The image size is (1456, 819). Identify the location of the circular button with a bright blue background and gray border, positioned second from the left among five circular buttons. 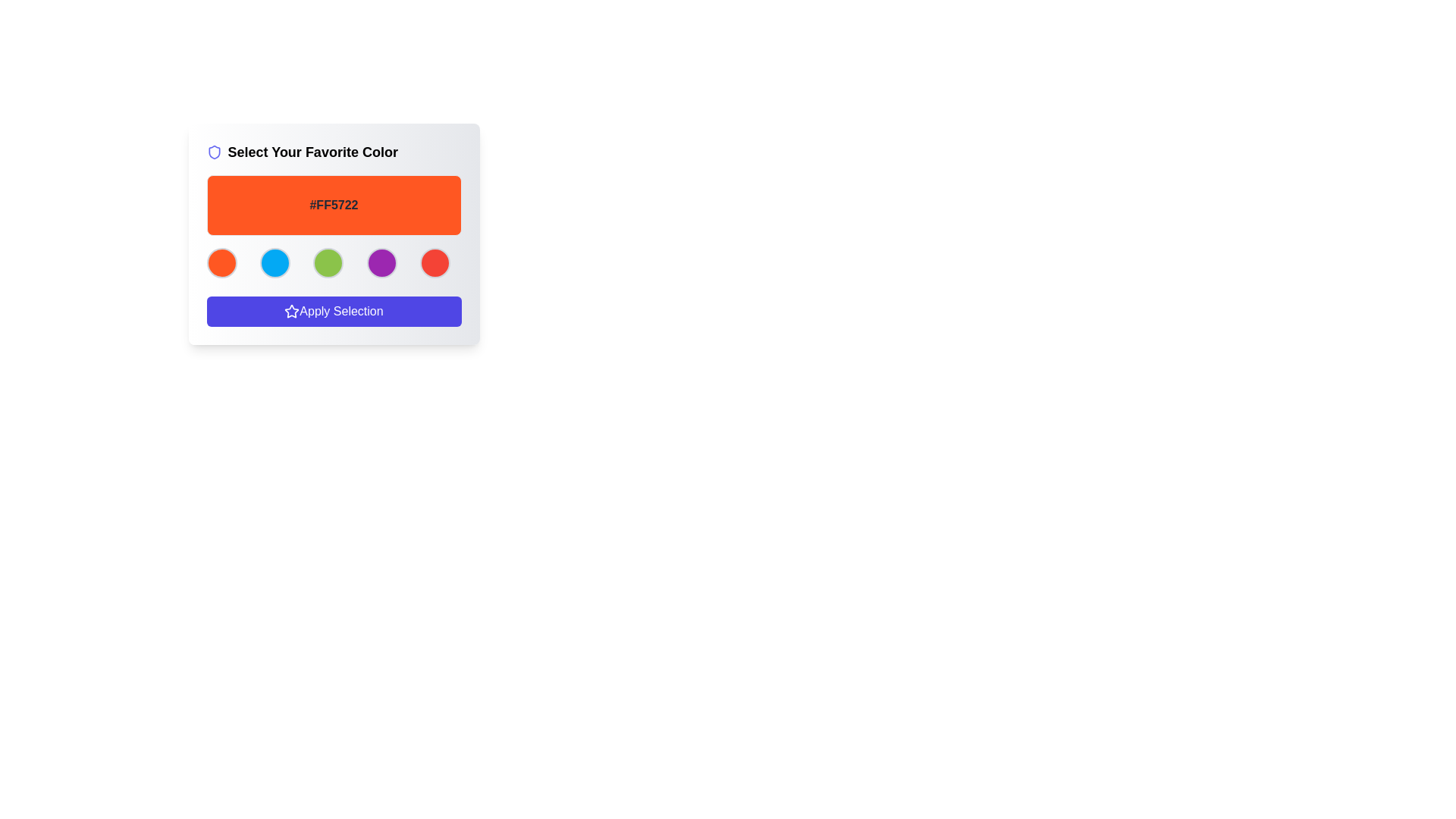
(275, 262).